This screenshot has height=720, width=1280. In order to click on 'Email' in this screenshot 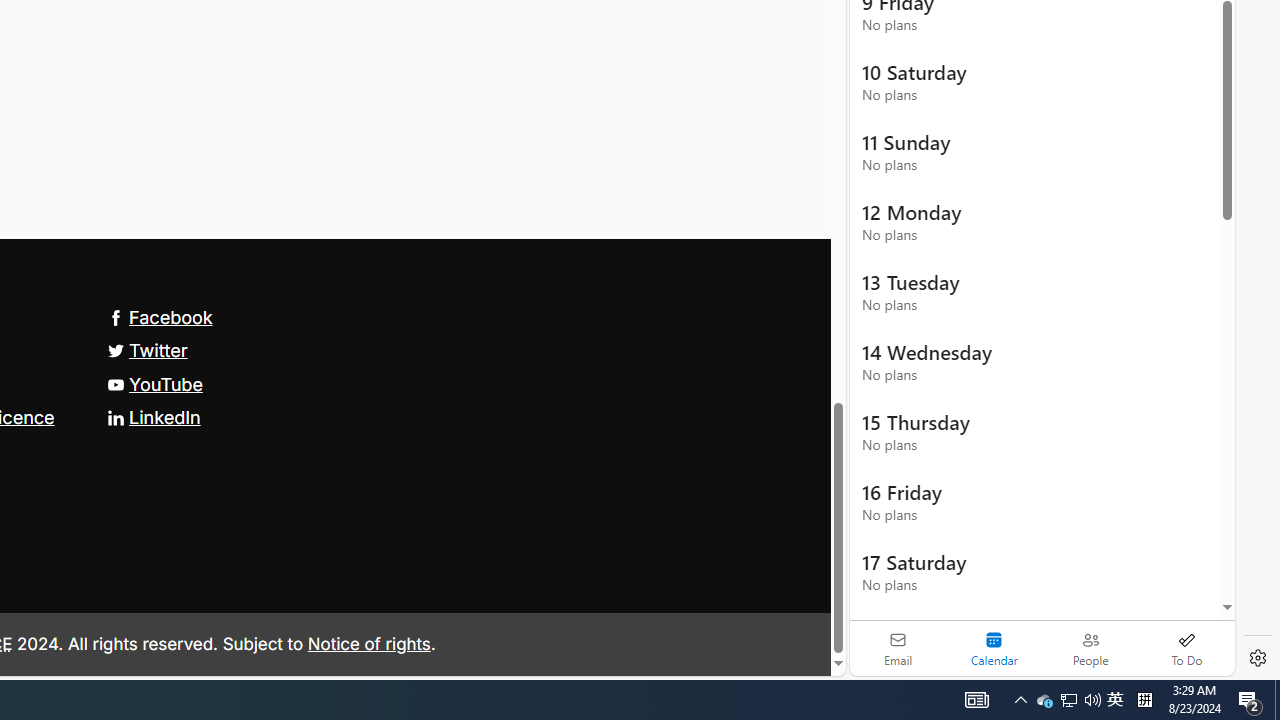, I will do `click(897, 648)`.